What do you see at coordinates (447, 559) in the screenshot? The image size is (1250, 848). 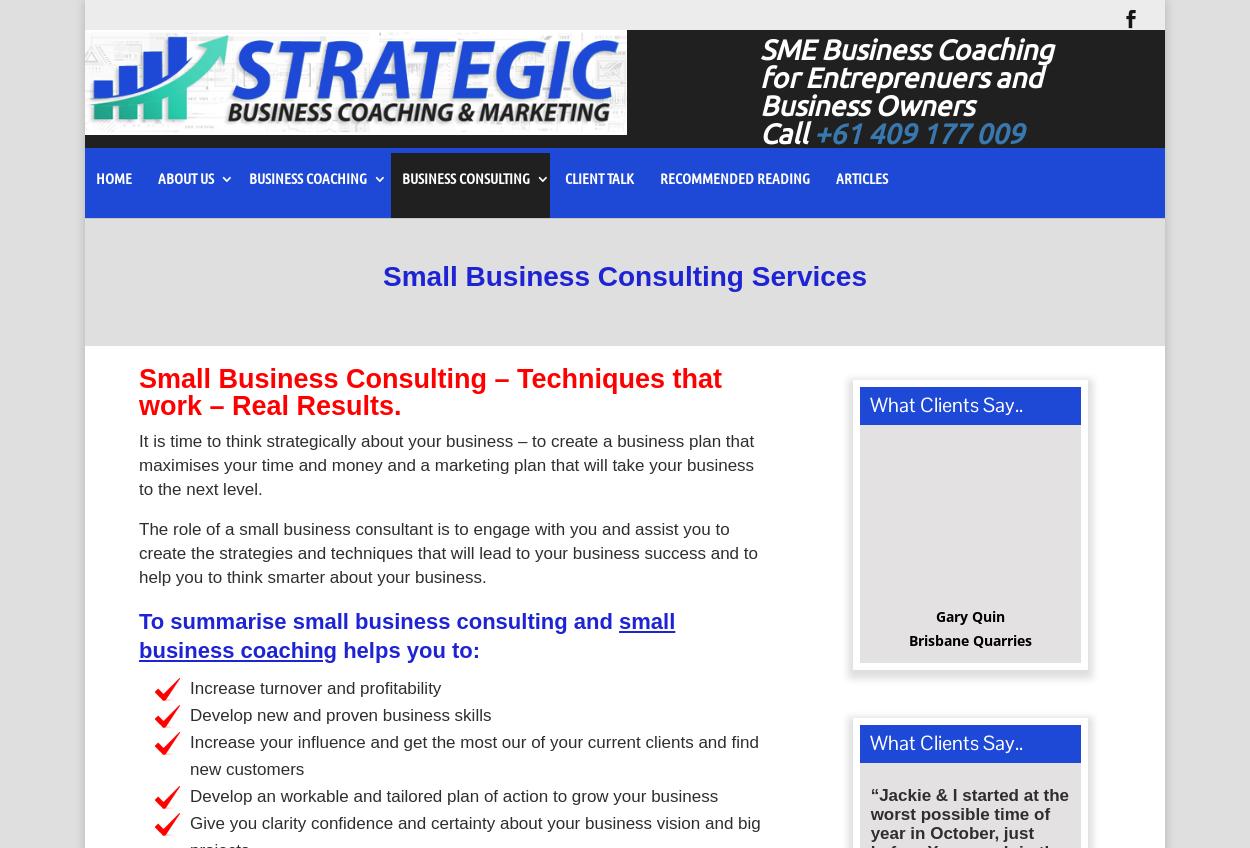 I see `'The role of a small business consultant is to engage with you and assist you to create the strategies and techniques that will lead to your business success and to help you to think smarter about your business.'` at bounding box center [447, 559].